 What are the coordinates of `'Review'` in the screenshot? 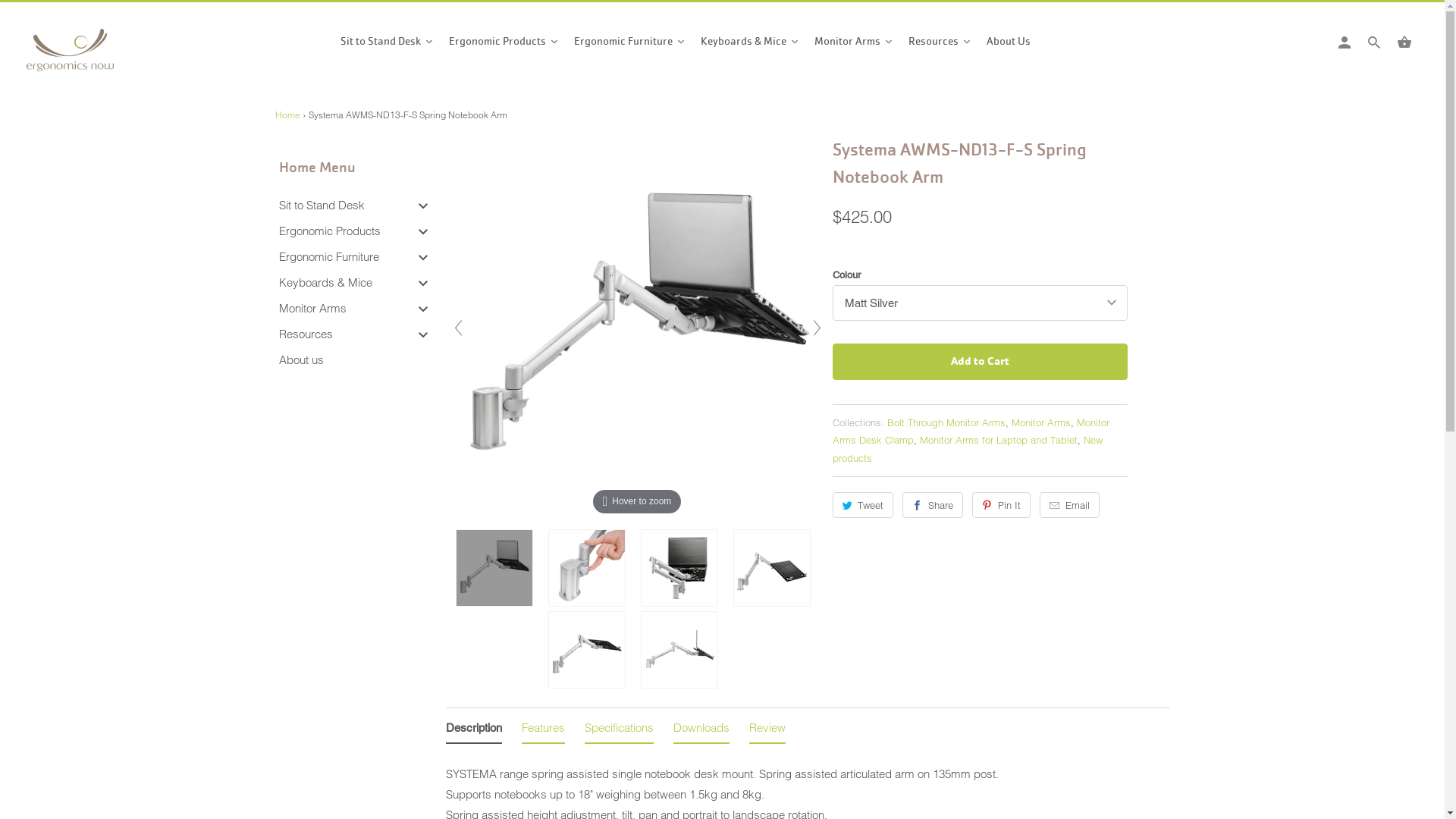 It's located at (767, 730).